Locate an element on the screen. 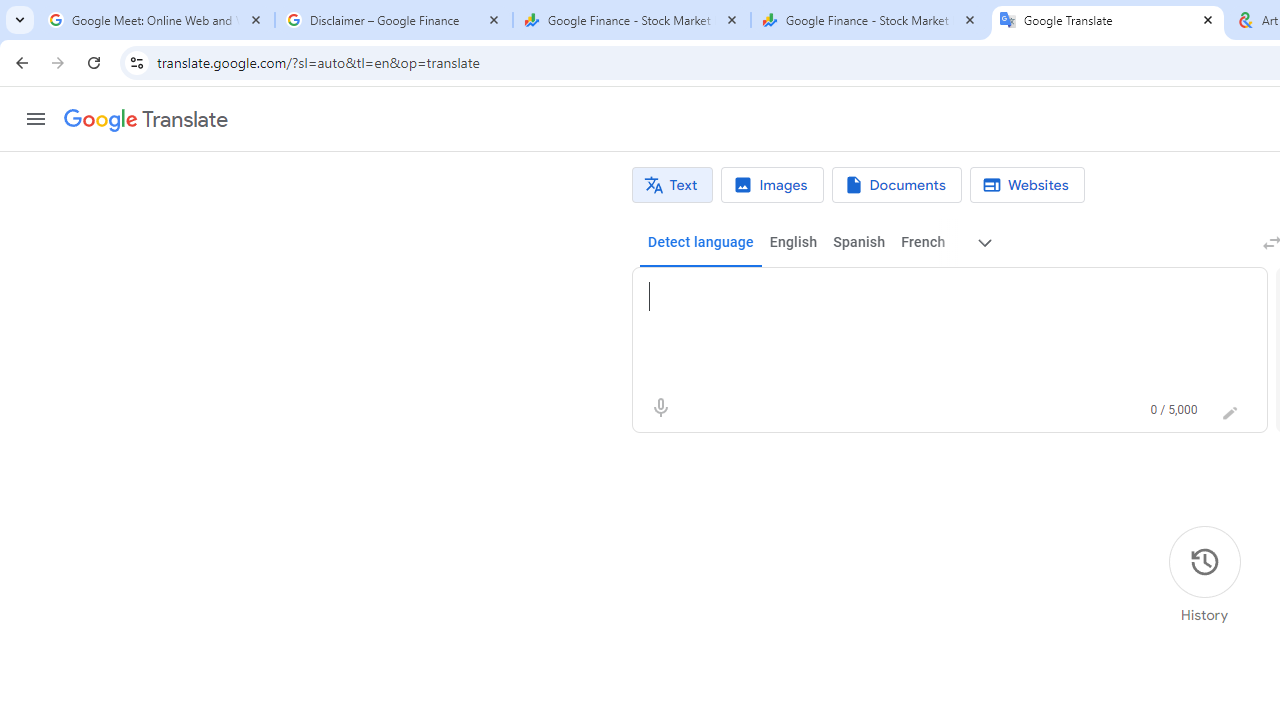 The height and width of the screenshot is (720, 1280). 'More source languages' is located at coordinates (985, 242).